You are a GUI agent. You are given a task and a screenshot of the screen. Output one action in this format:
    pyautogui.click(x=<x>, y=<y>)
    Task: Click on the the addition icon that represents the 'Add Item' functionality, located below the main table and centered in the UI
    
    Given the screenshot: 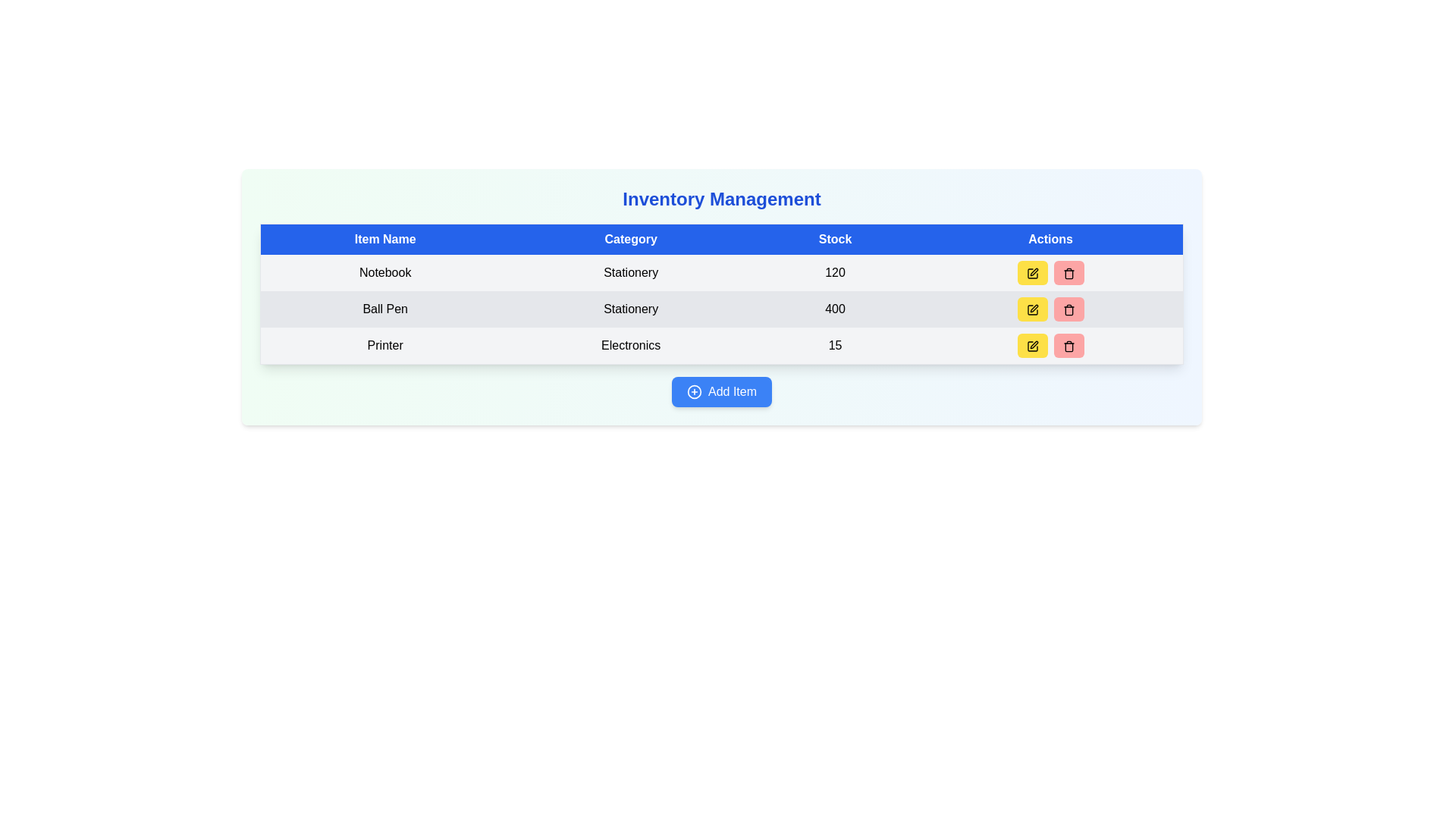 What is the action you would take?
    pyautogui.click(x=694, y=391)
    